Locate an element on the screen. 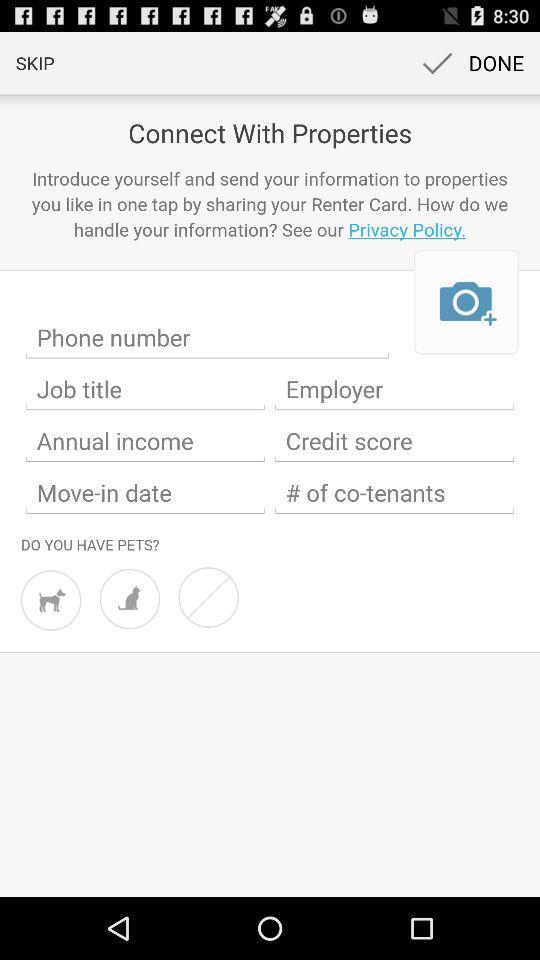 Image resolution: width=540 pixels, height=960 pixels. number of people you are planning to move in with is located at coordinates (394, 492).